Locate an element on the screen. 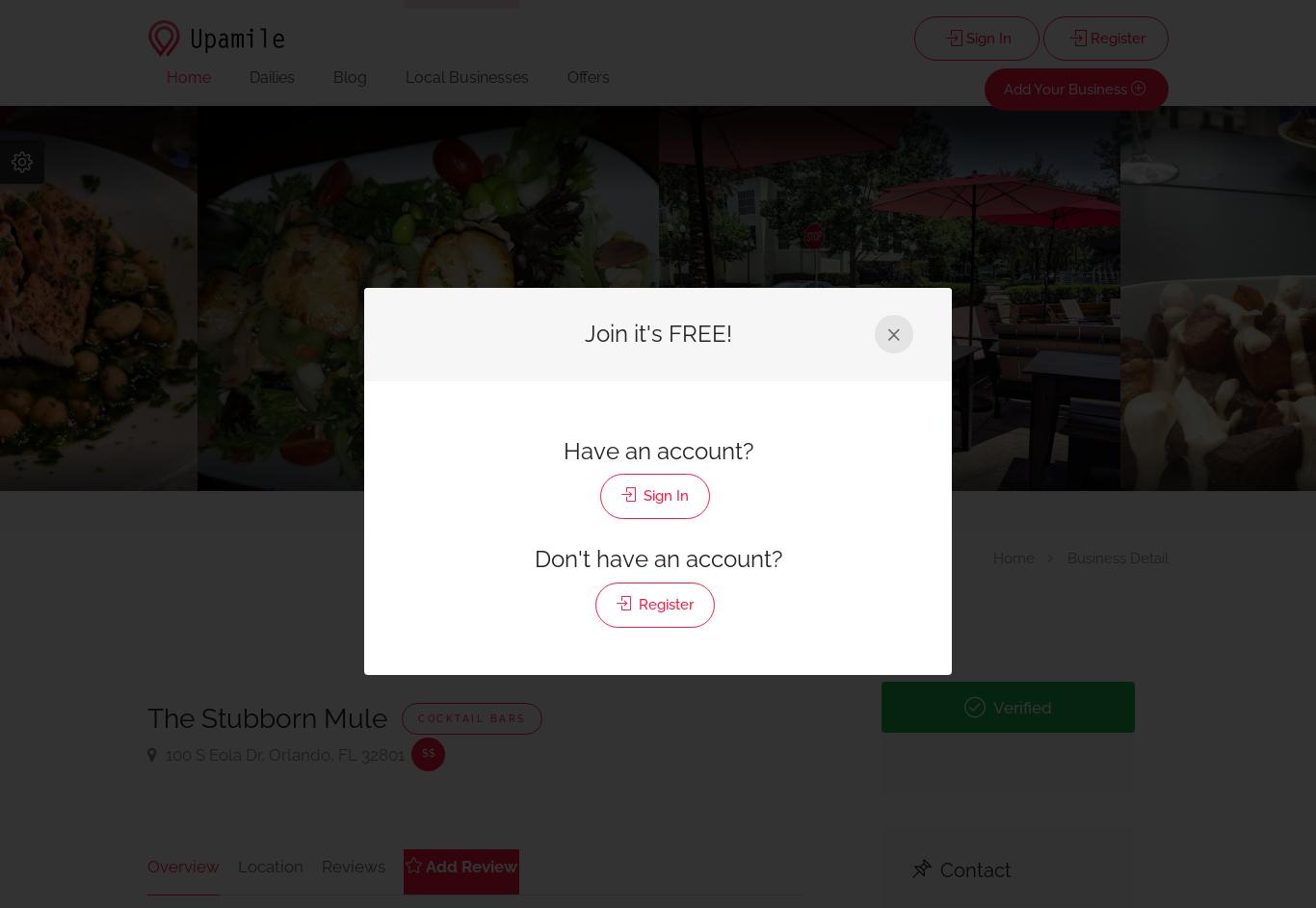 The image size is (1316, 908). 'Add Your Business' is located at coordinates (1002, 88).